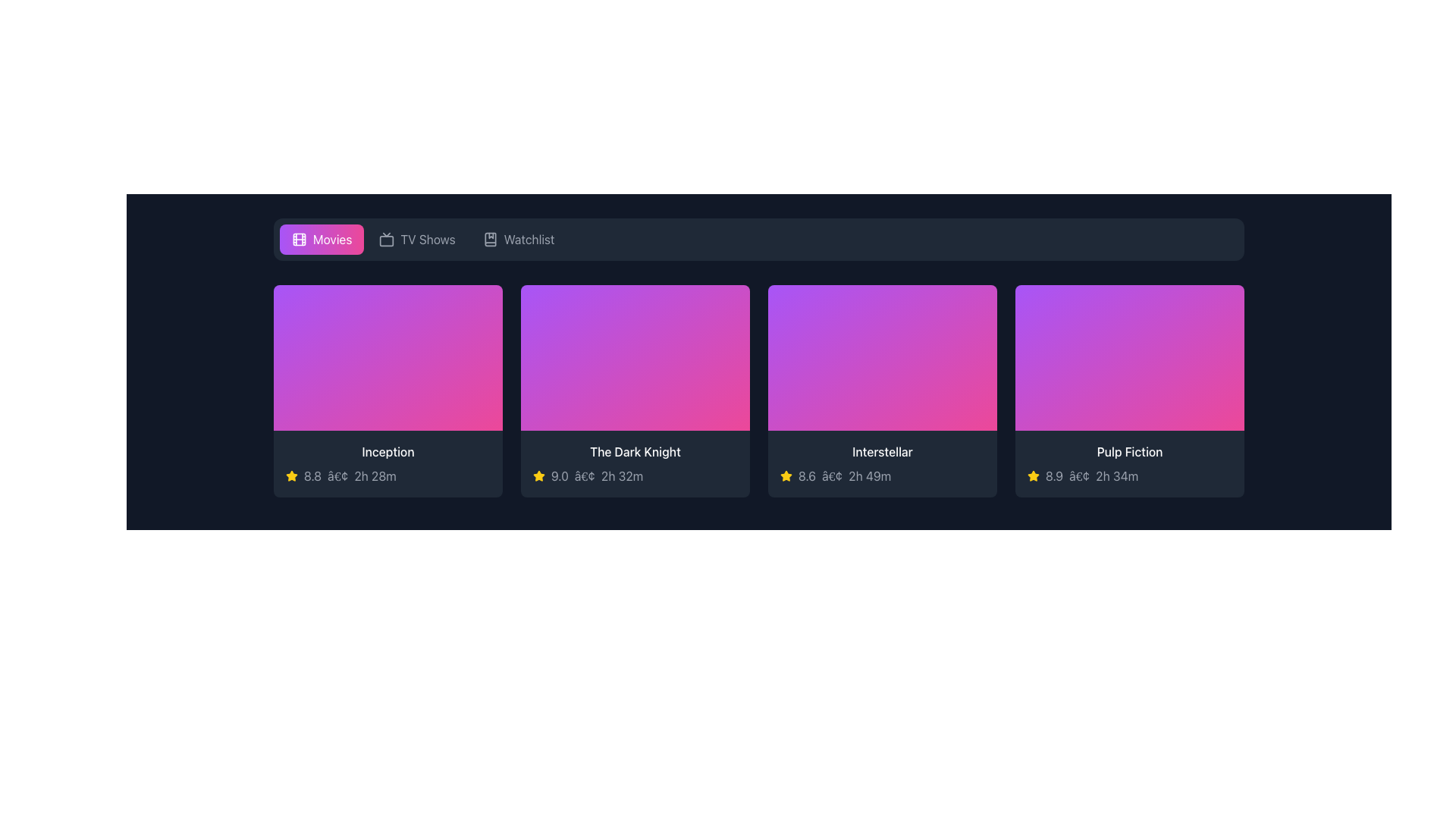 The height and width of the screenshot is (819, 1456). I want to click on the Decorative background area of the 'Pulp Fiction' movie card, located in the top section of the fourth card in the horizontal list of movie cards, so click(1129, 357).